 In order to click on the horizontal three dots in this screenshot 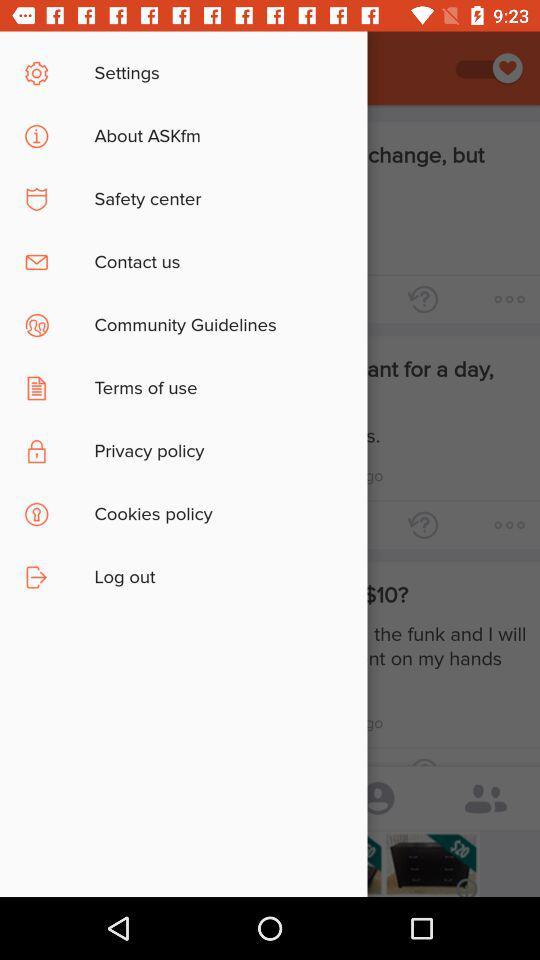, I will do `click(509, 298)`.